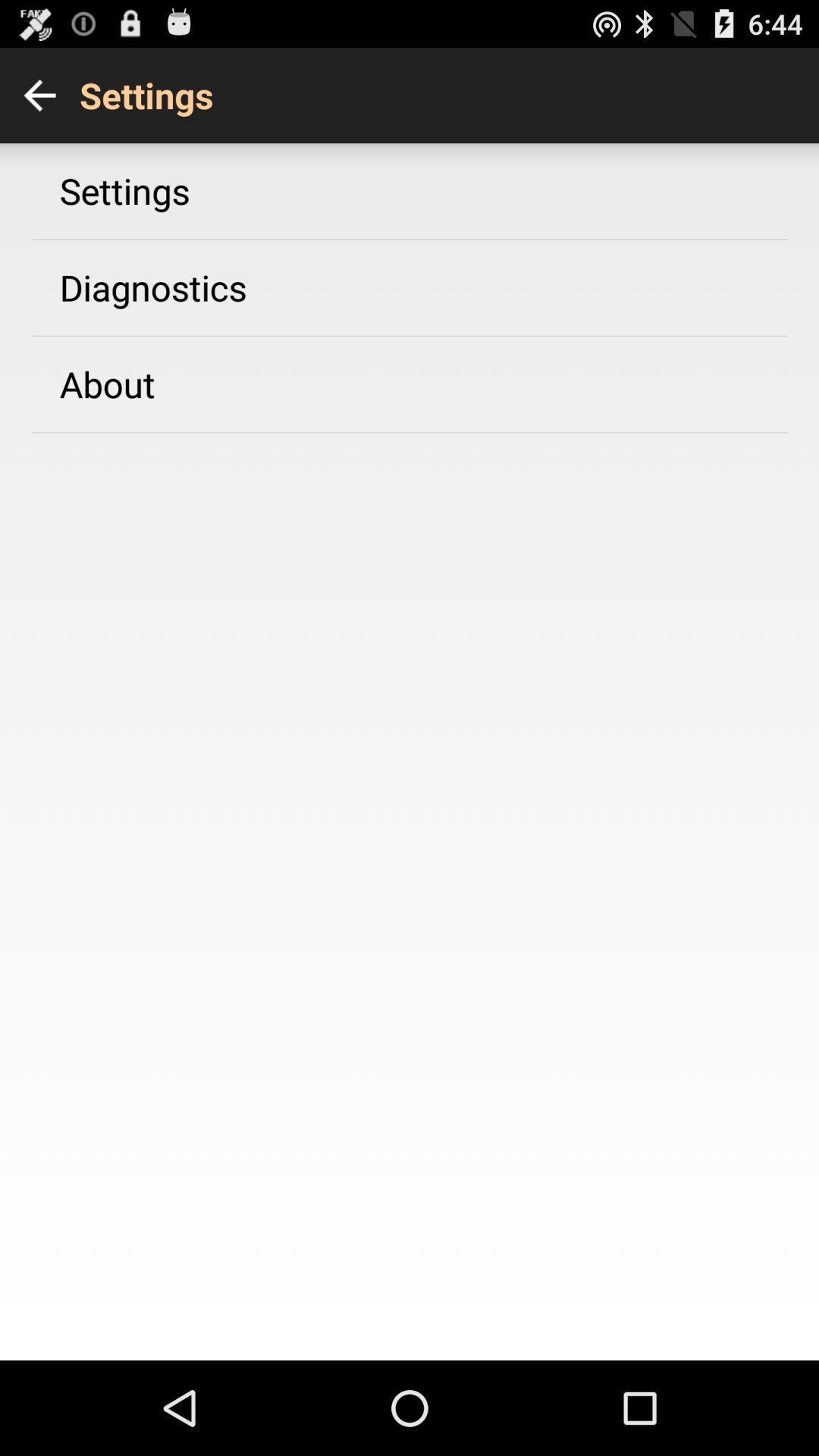 This screenshot has width=819, height=1456. What do you see at coordinates (153, 287) in the screenshot?
I see `the app above the about` at bounding box center [153, 287].